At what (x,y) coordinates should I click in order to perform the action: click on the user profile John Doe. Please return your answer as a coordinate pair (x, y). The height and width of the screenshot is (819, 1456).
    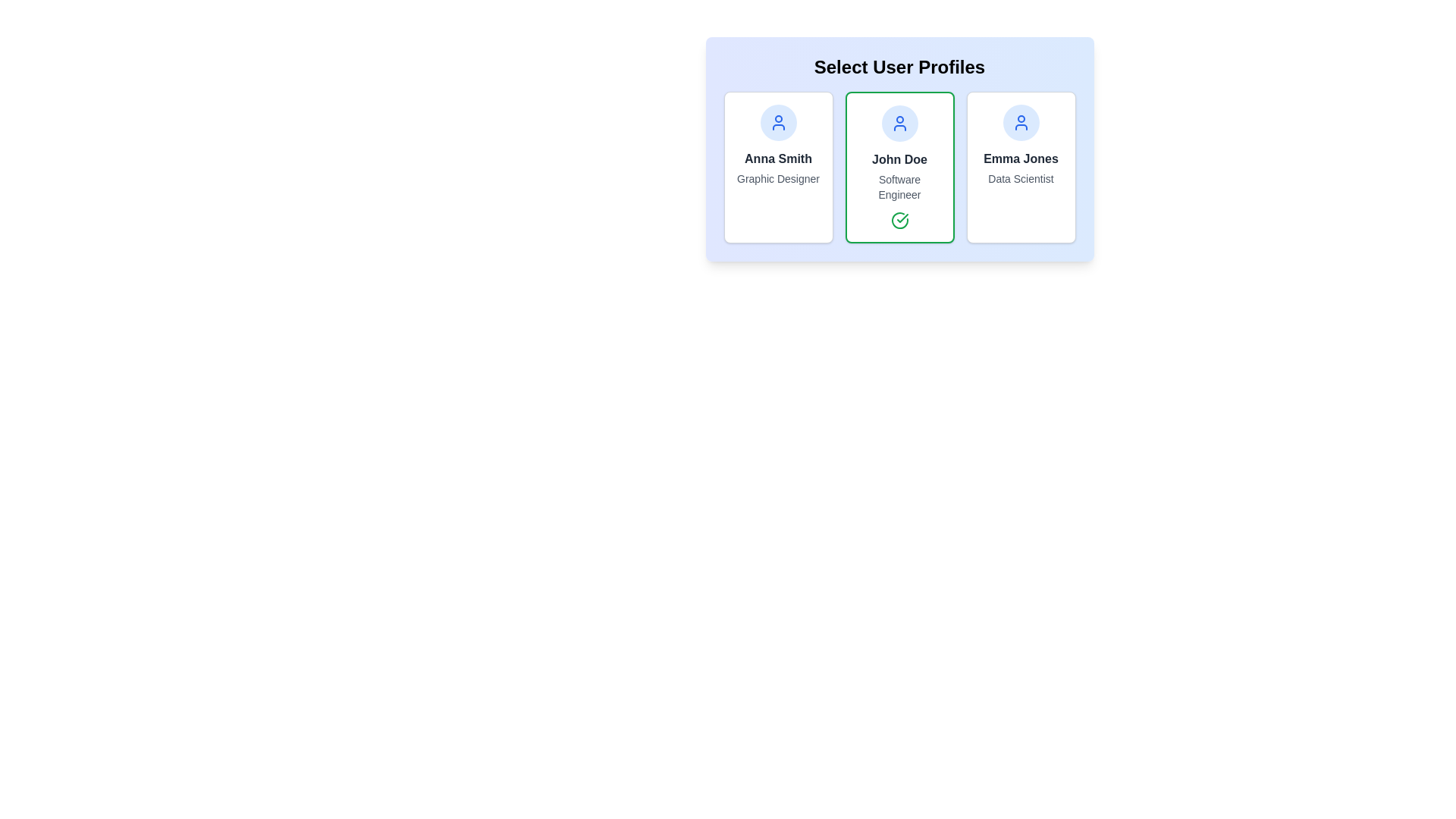
    Looking at the image, I should click on (899, 167).